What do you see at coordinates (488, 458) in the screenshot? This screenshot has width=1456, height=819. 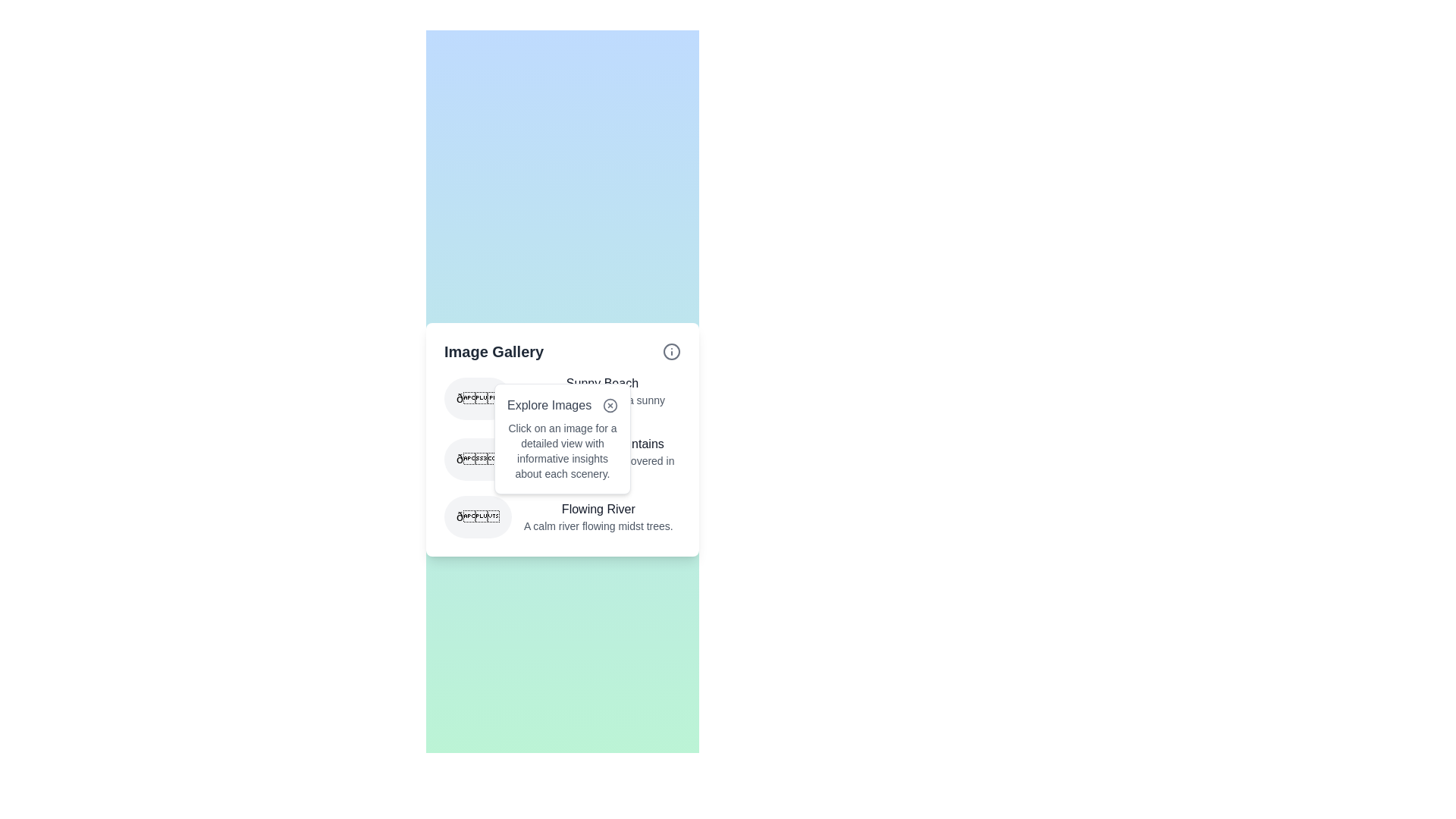 I see `the icon representing the list item for 'Majestic Mountains', which is located to the left of the textual content describing 'Beautiful peaks covered in snow.'` at bounding box center [488, 458].